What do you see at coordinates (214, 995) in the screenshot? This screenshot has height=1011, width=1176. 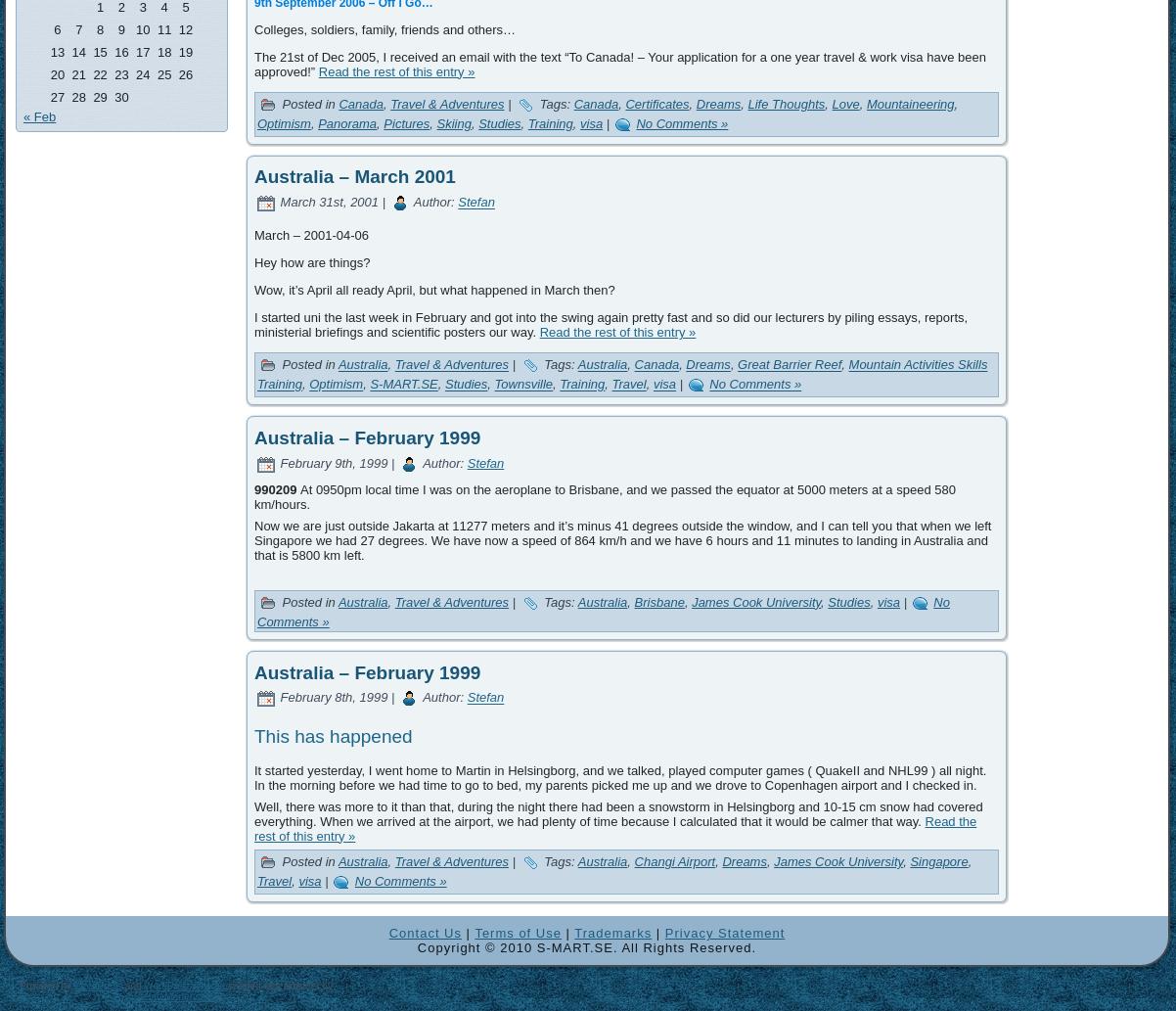 I see `'.'` at bounding box center [214, 995].